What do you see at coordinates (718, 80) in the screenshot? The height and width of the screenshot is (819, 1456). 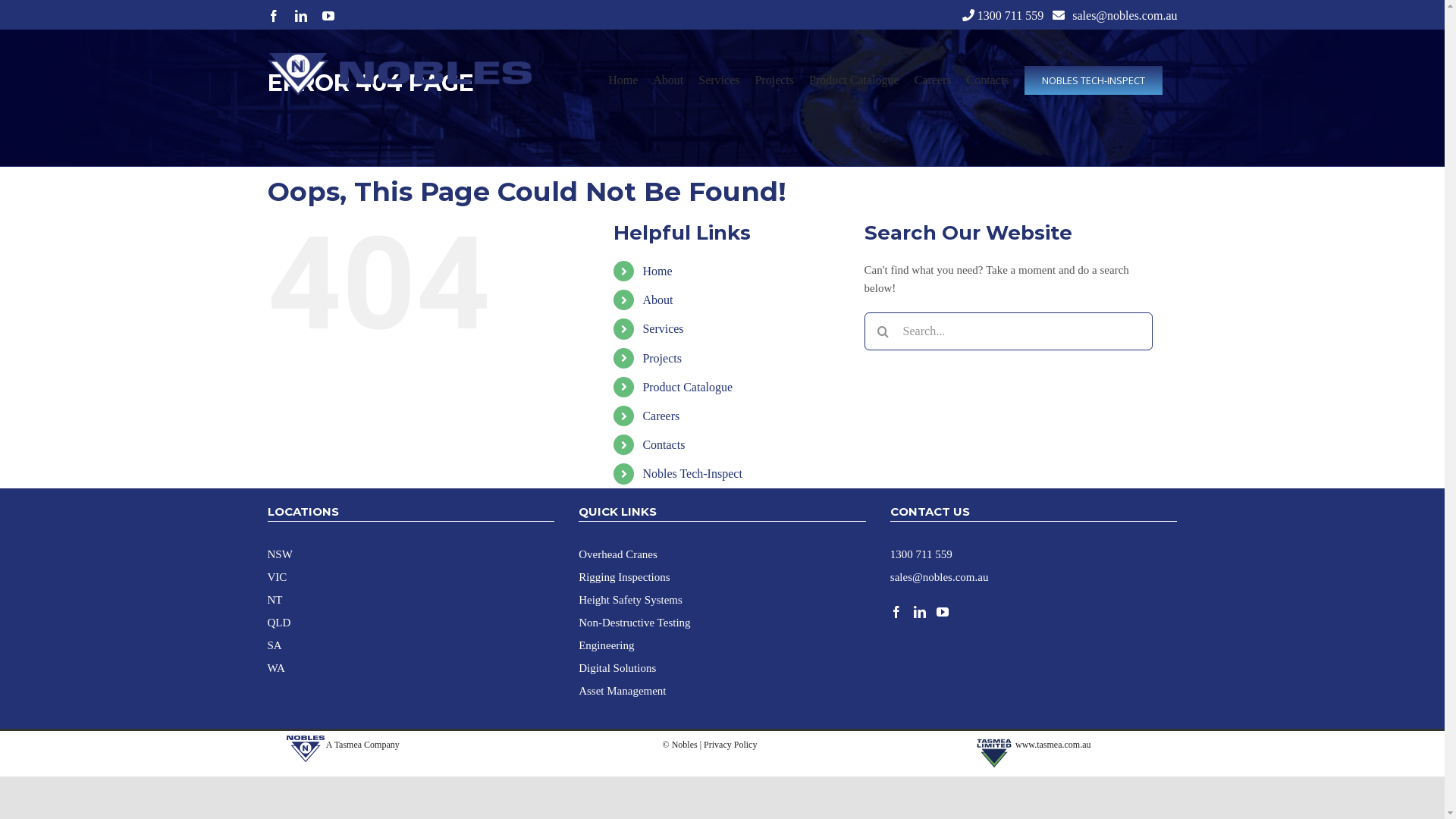 I see `'Services'` at bounding box center [718, 80].